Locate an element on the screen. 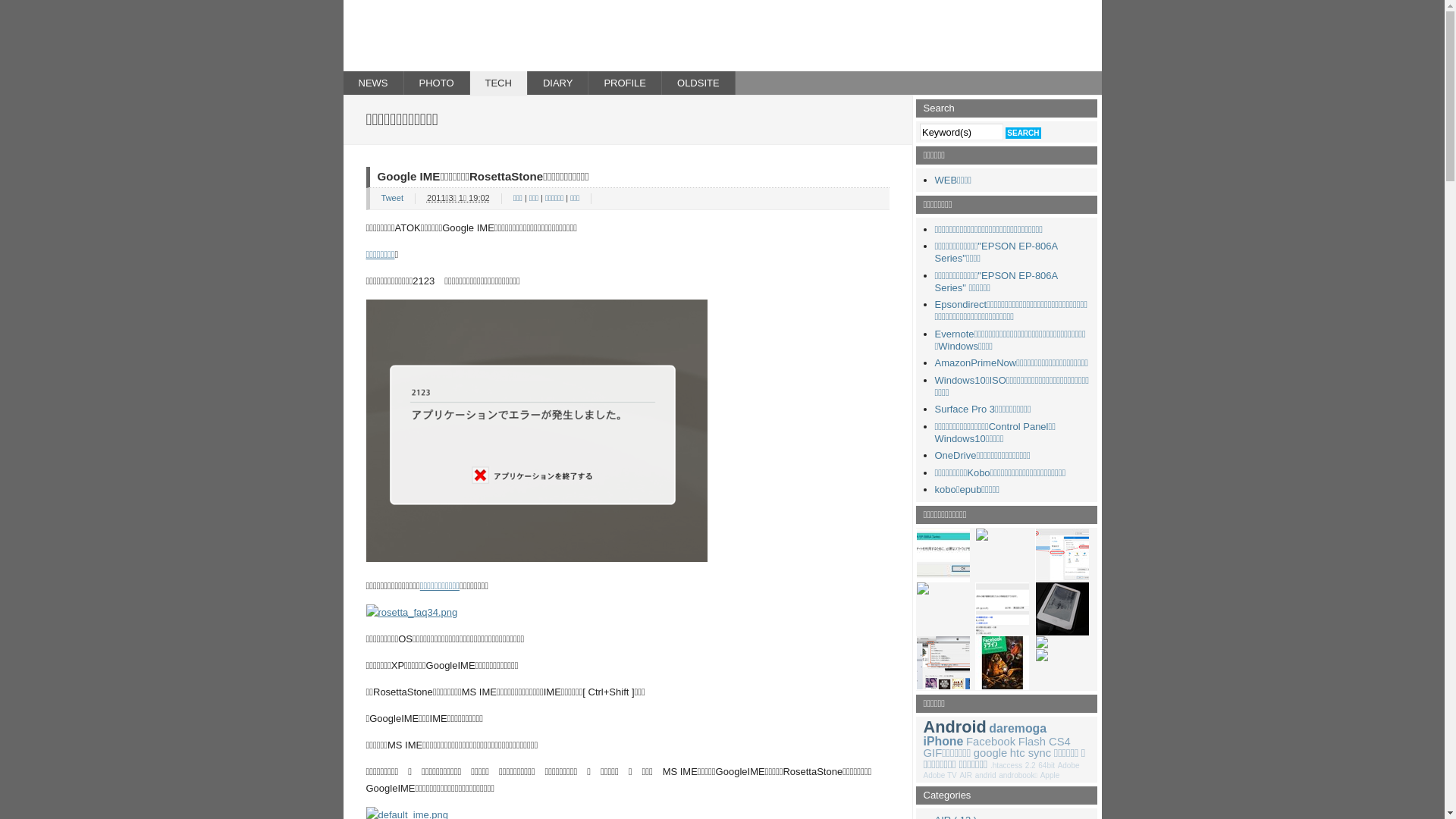 The image size is (1456, 819). 'Facebook' is located at coordinates (990, 741).